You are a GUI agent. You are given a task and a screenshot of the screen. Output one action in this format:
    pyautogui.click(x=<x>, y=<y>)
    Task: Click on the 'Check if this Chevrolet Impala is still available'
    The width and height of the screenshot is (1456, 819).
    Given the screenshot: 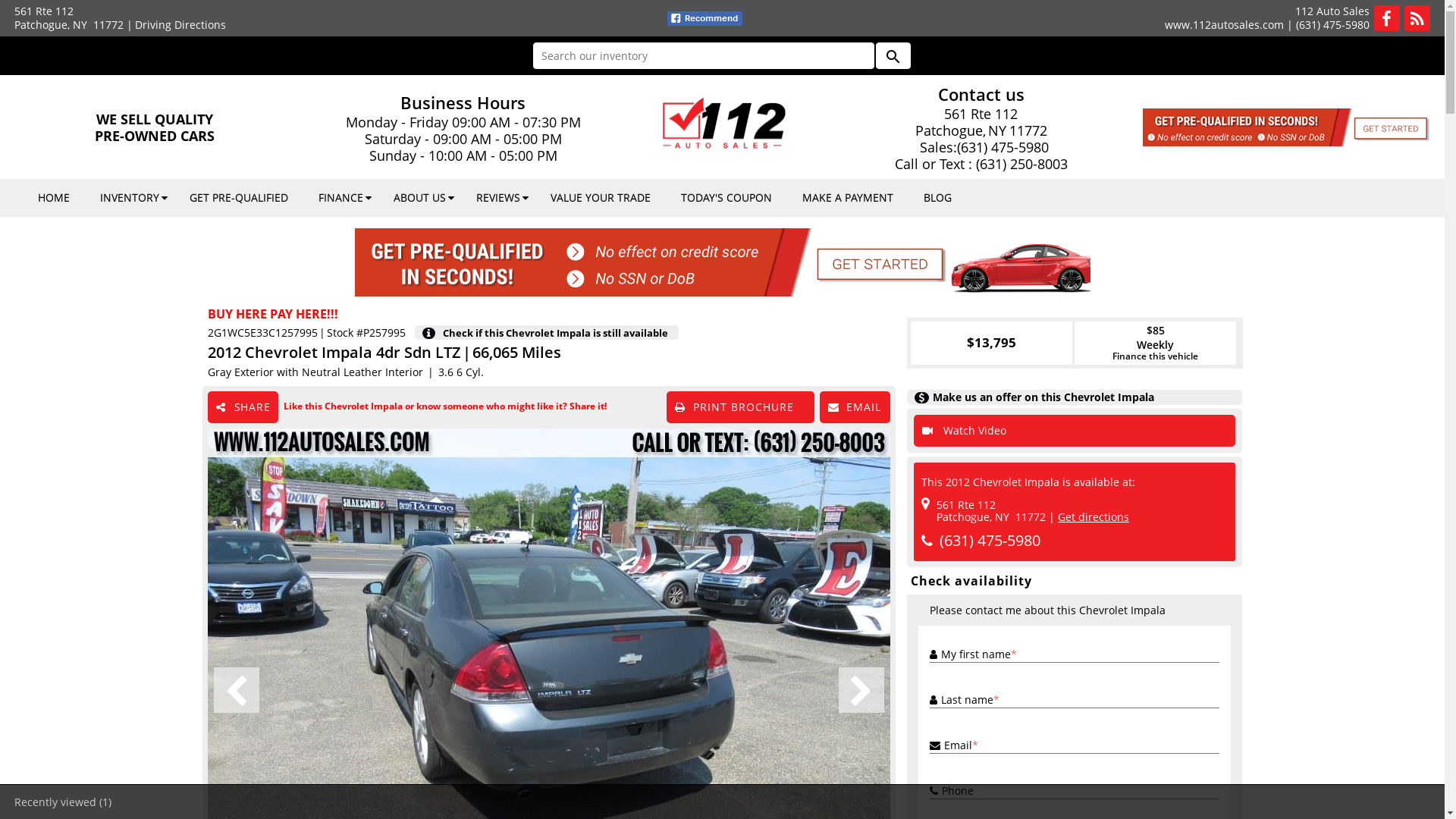 What is the action you would take?
    pyautogui.click(x=558, y=331)
    